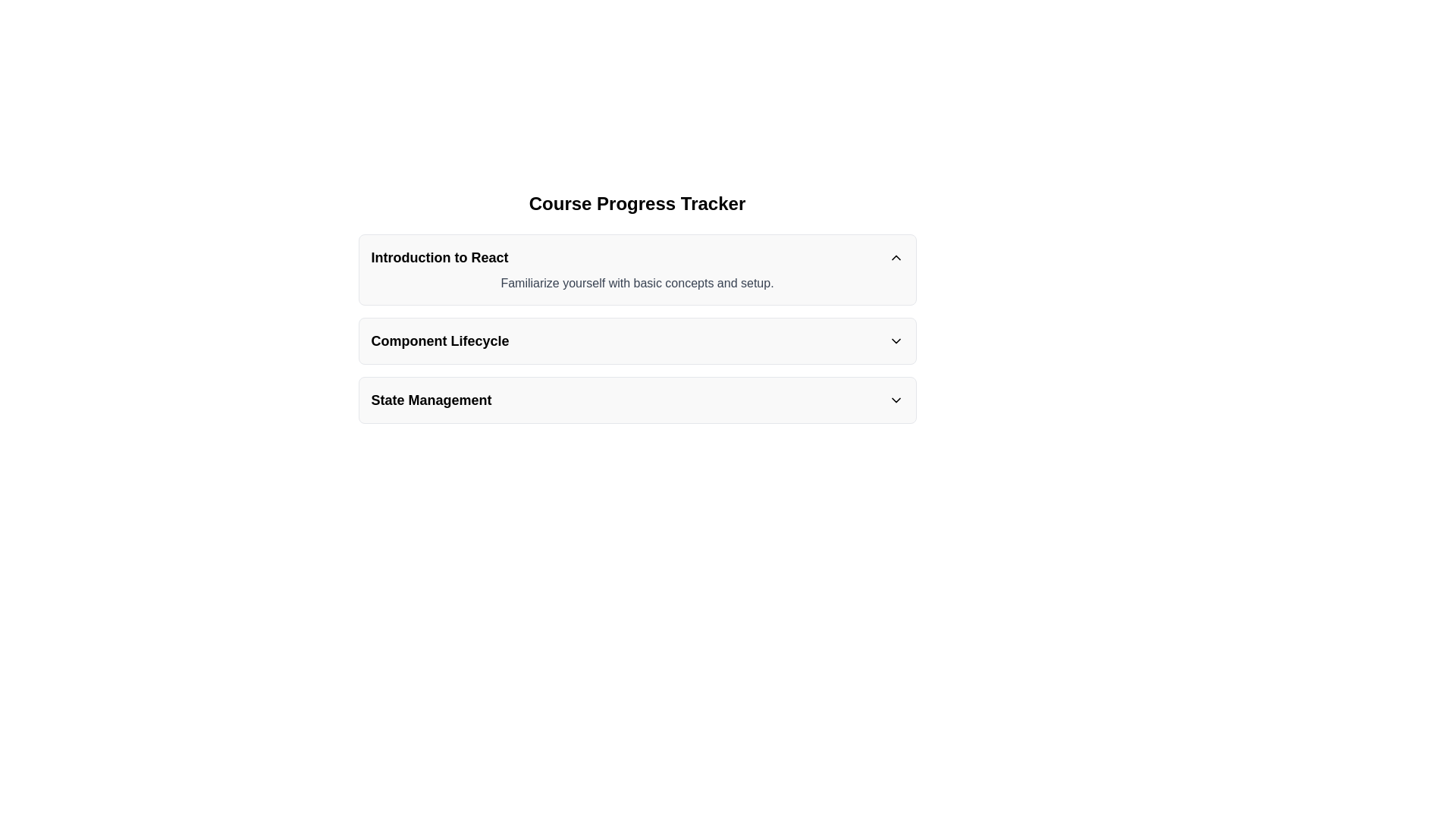 The width and height of the screenshot is (1456, 819). I want to click on the upward chevron arrow icon next to the 'Introduction to React' text, so click(896, 256).